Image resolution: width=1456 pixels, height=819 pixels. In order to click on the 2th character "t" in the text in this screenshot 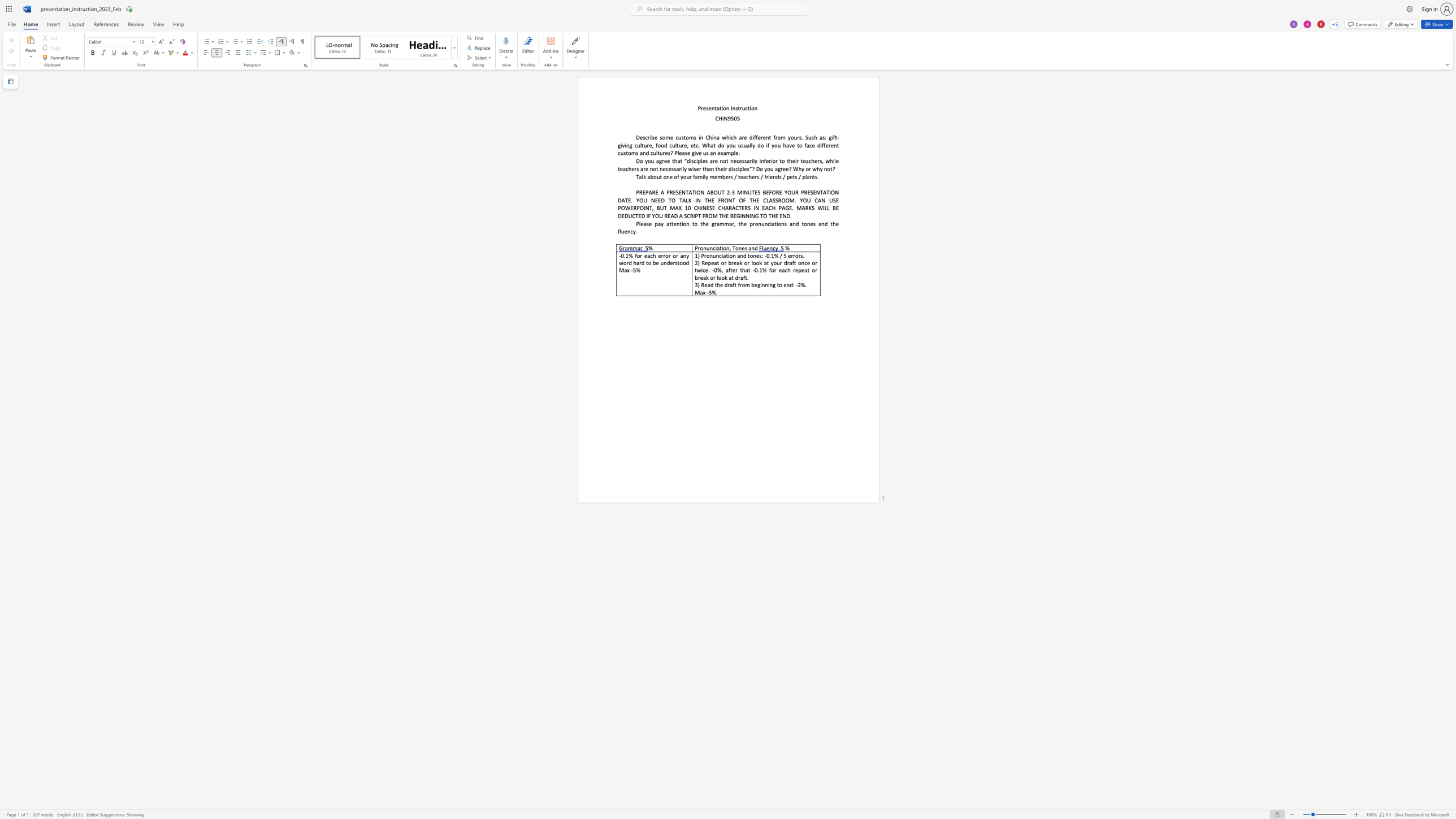, I will do `click(720, 108)`.